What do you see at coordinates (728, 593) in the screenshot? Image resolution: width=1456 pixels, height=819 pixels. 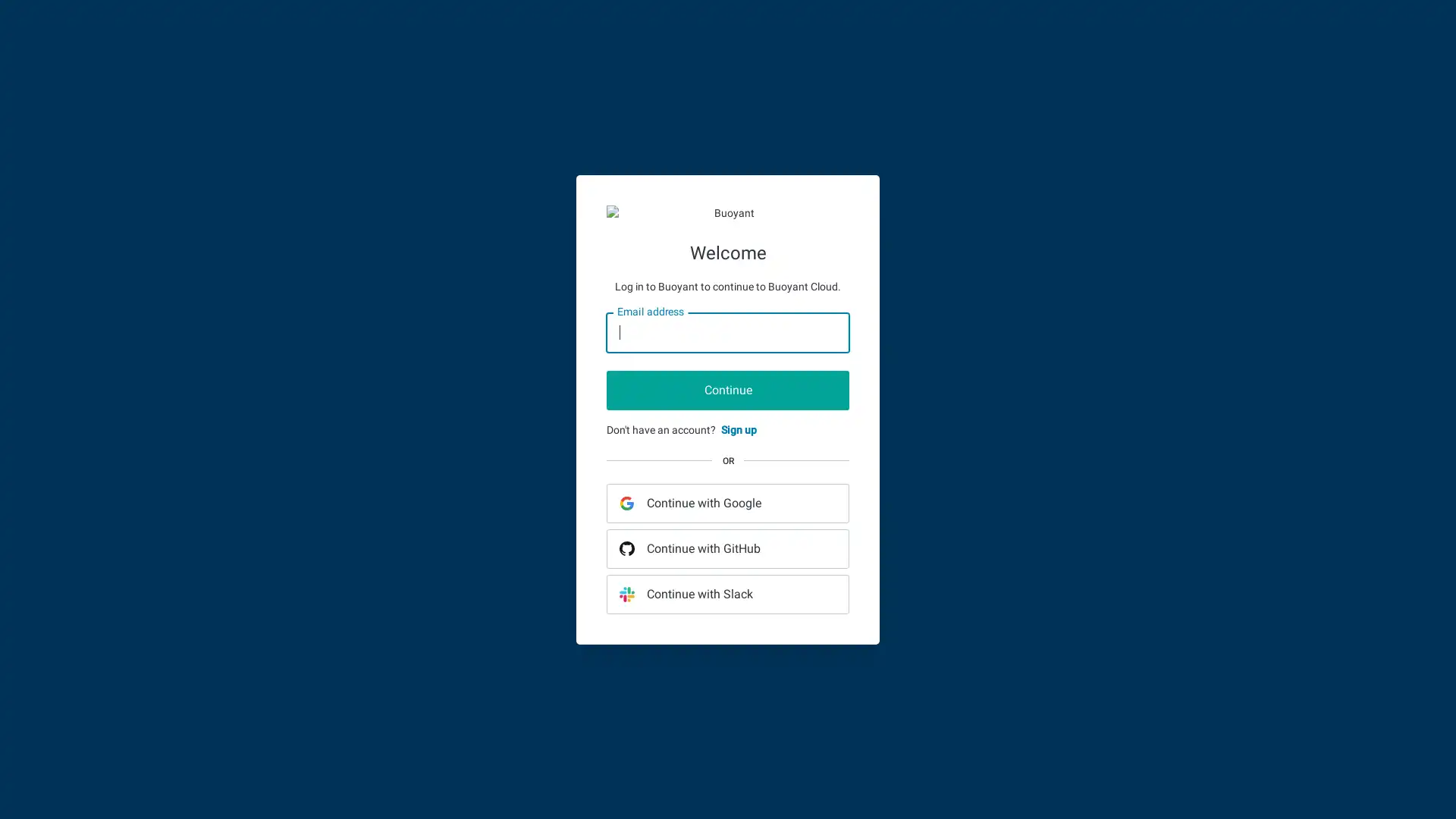 I see `Connection icon Continue with Slack` at bounding box center [728, 593].